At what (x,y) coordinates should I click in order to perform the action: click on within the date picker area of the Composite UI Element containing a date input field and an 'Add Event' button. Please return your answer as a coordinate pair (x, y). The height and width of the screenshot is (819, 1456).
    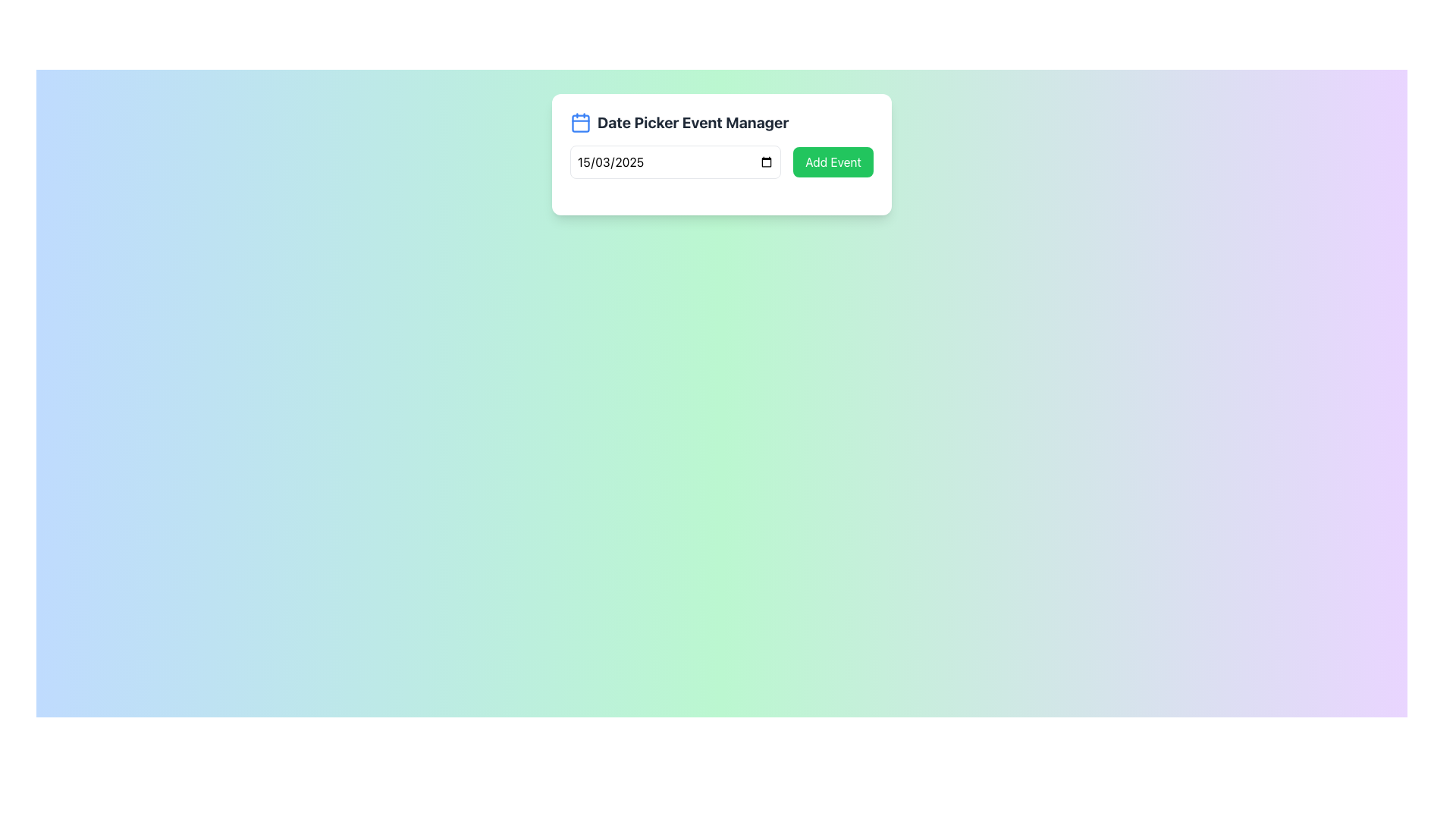
    Looking at the image, I should click on (720, 162).